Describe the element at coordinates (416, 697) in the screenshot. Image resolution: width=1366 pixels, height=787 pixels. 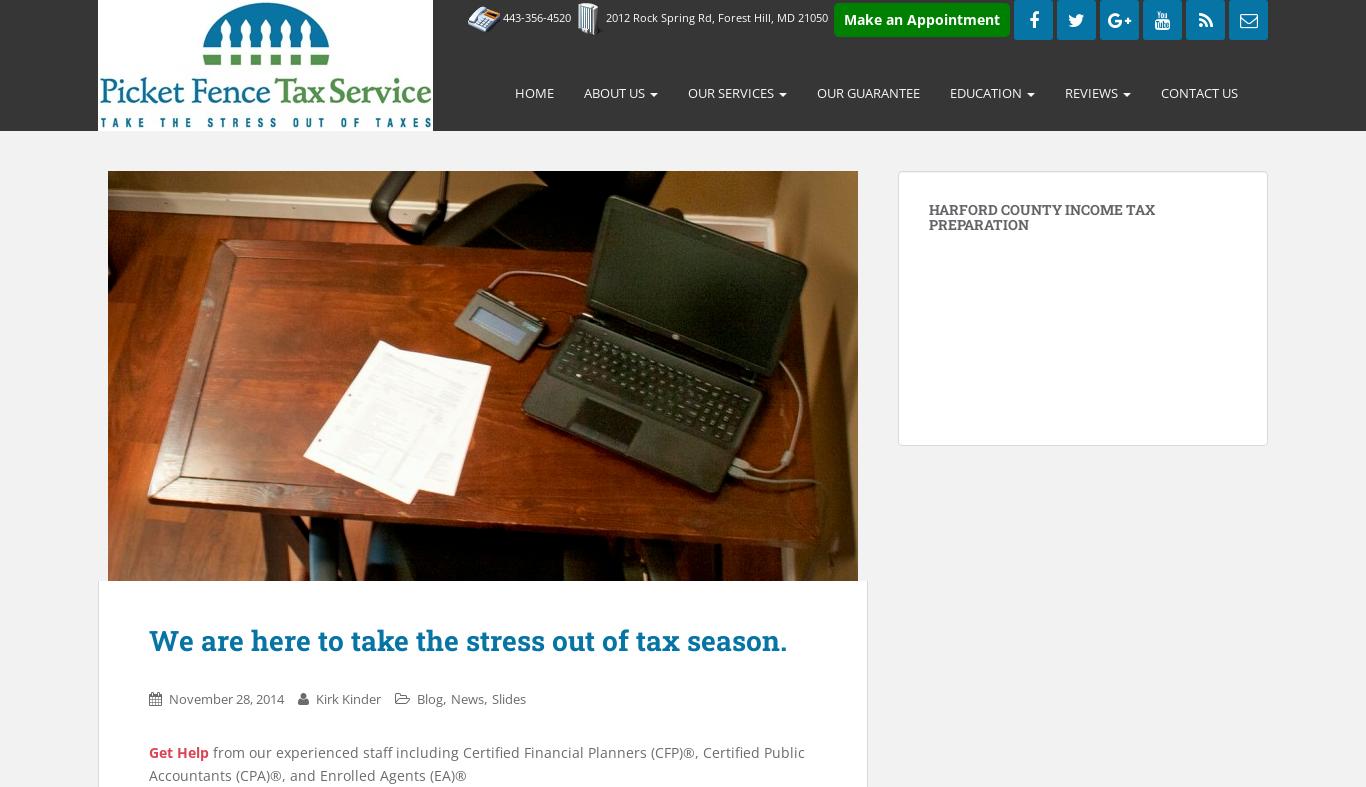
I see `'Blog'` at that location.